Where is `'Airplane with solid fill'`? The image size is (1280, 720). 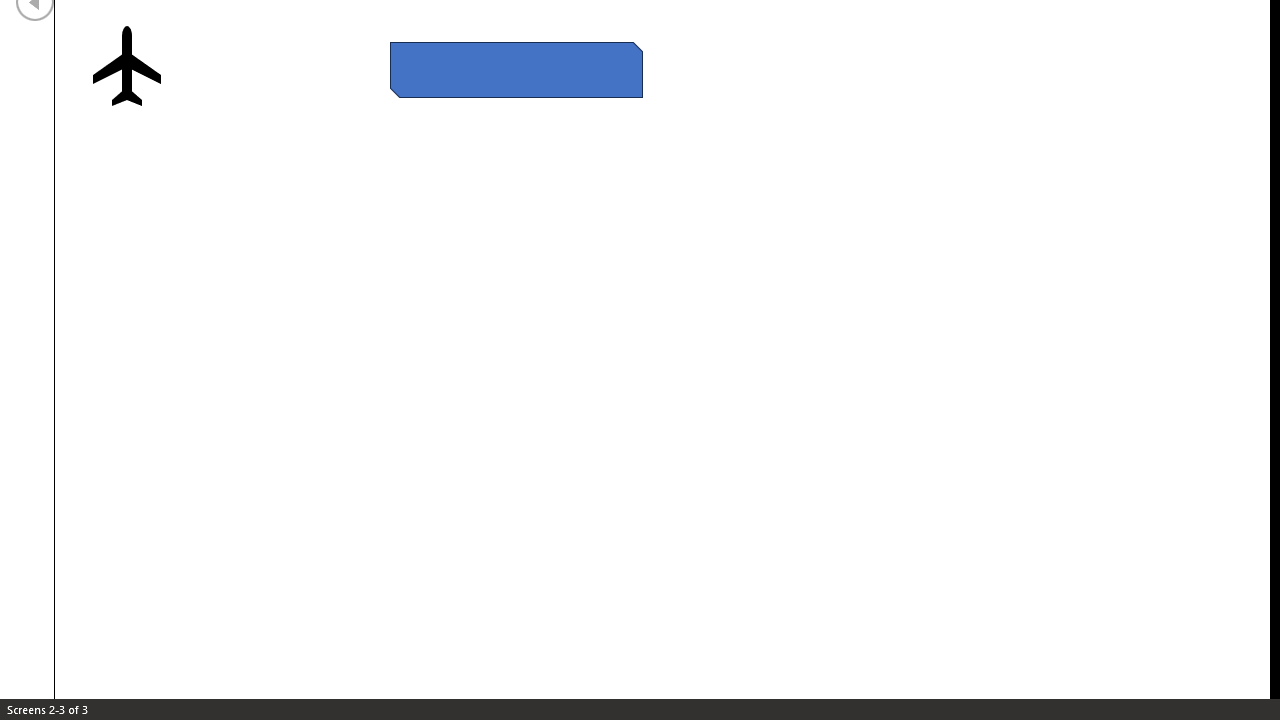 'Airplane with solid fill' is located at coordinates (125, 64).